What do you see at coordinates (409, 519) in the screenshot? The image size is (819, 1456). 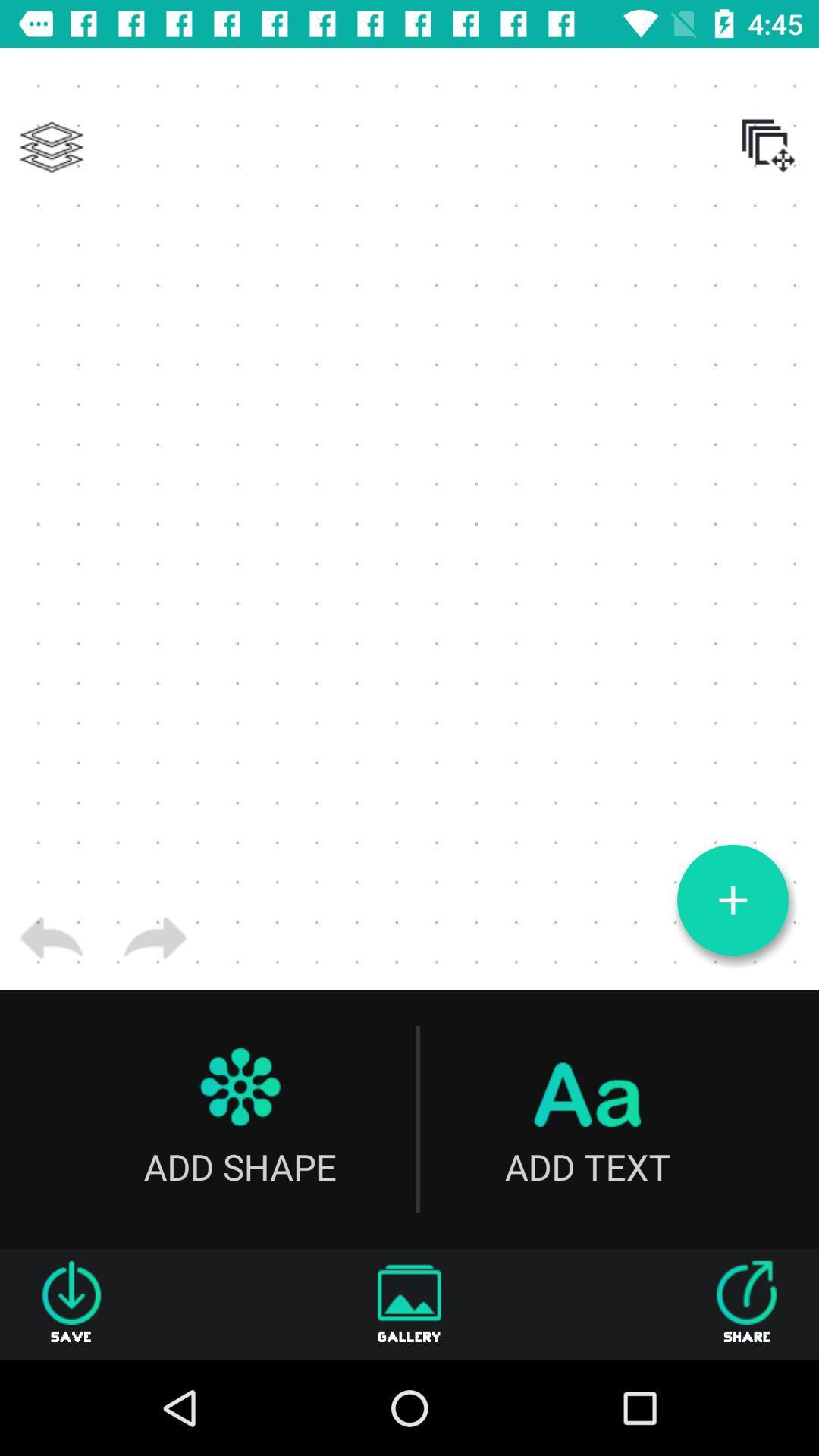 I see `the item at the center` at bounding box center [409, 519].